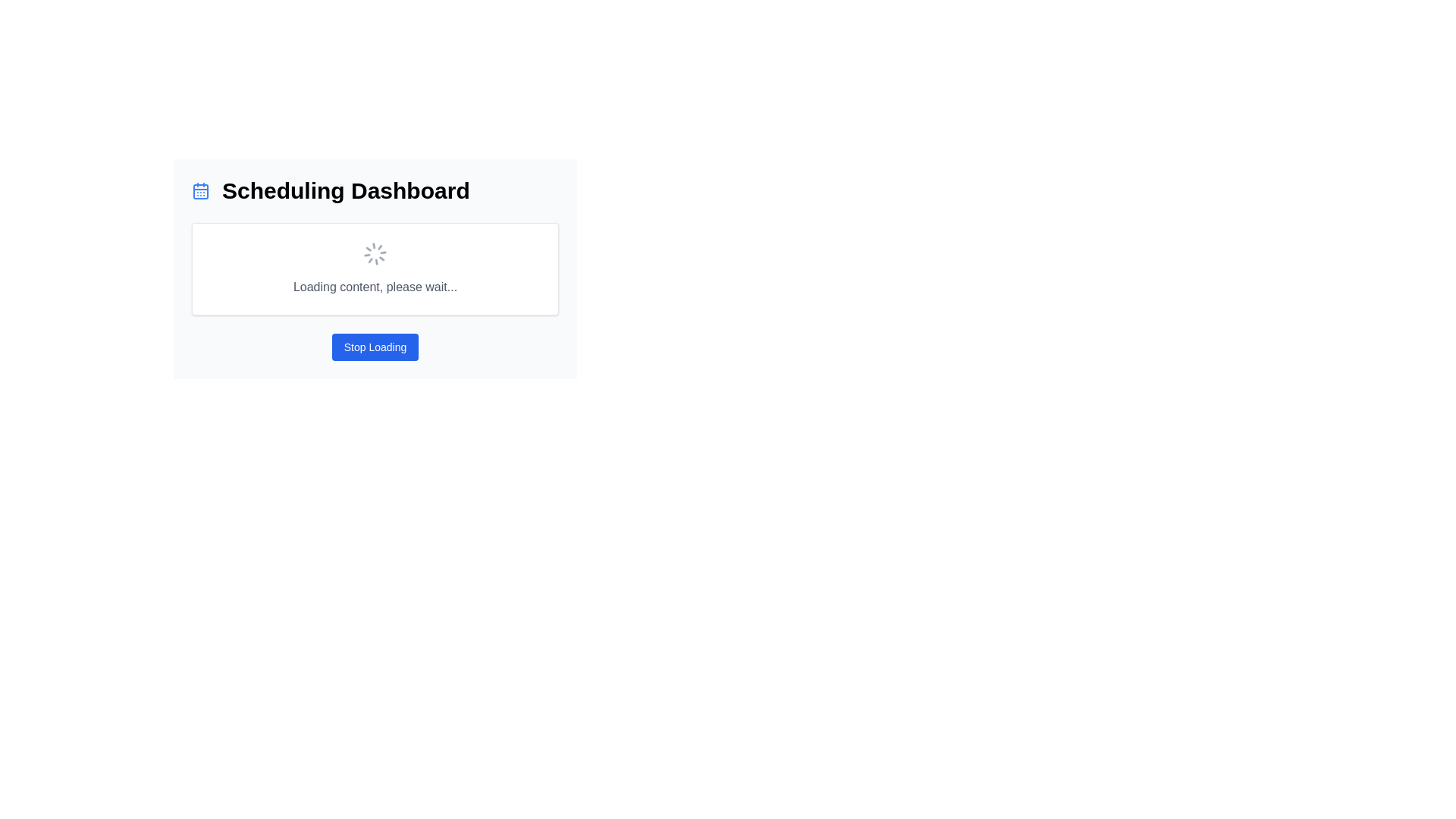  I want to click on the central rounded rectangle graphic element within the calendar icon, which denotes a specific day or section in the Scheduling Dashboard interface, so click(199, 191).